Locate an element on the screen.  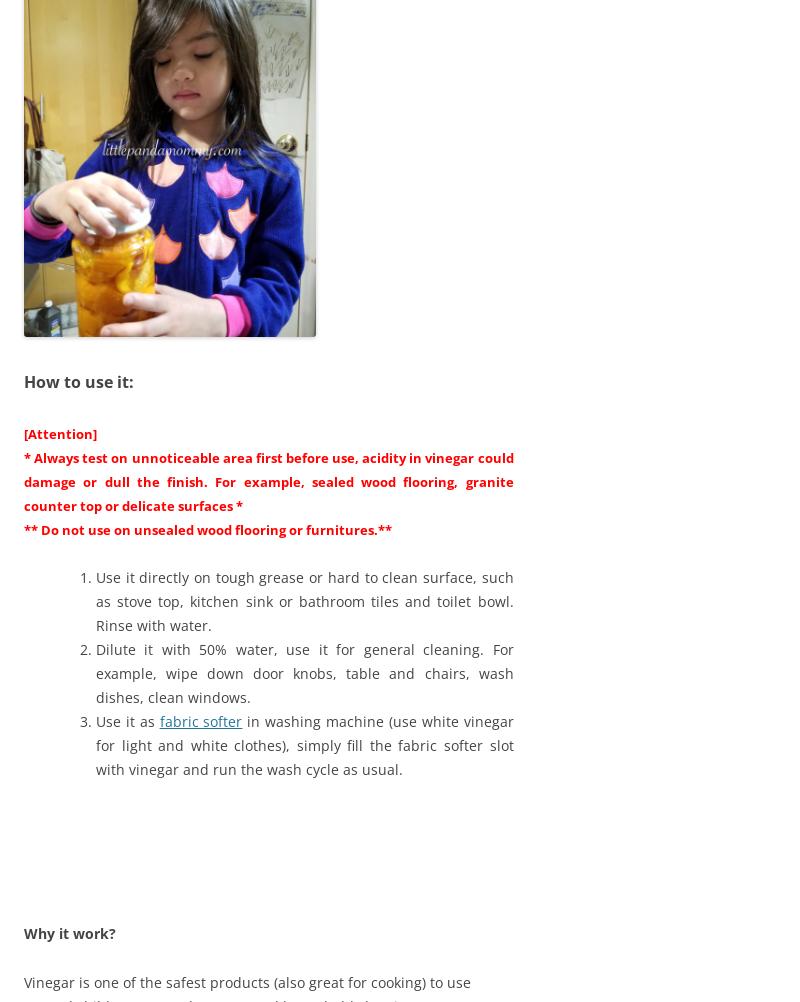
'fabric softer' is located at coordinates (200, 720).